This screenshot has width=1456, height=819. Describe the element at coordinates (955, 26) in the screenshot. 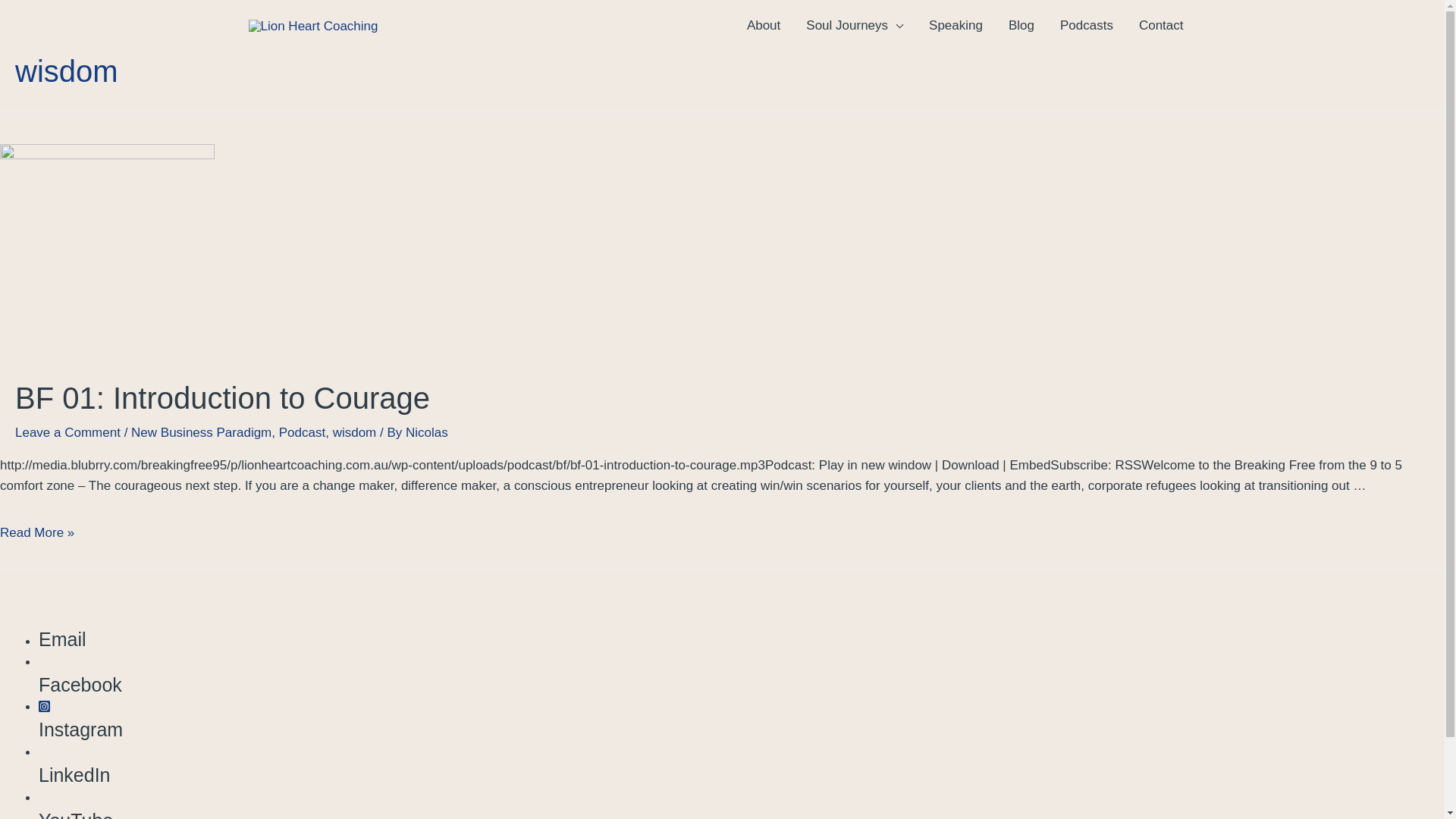

I see `'Speaking'` at that location.